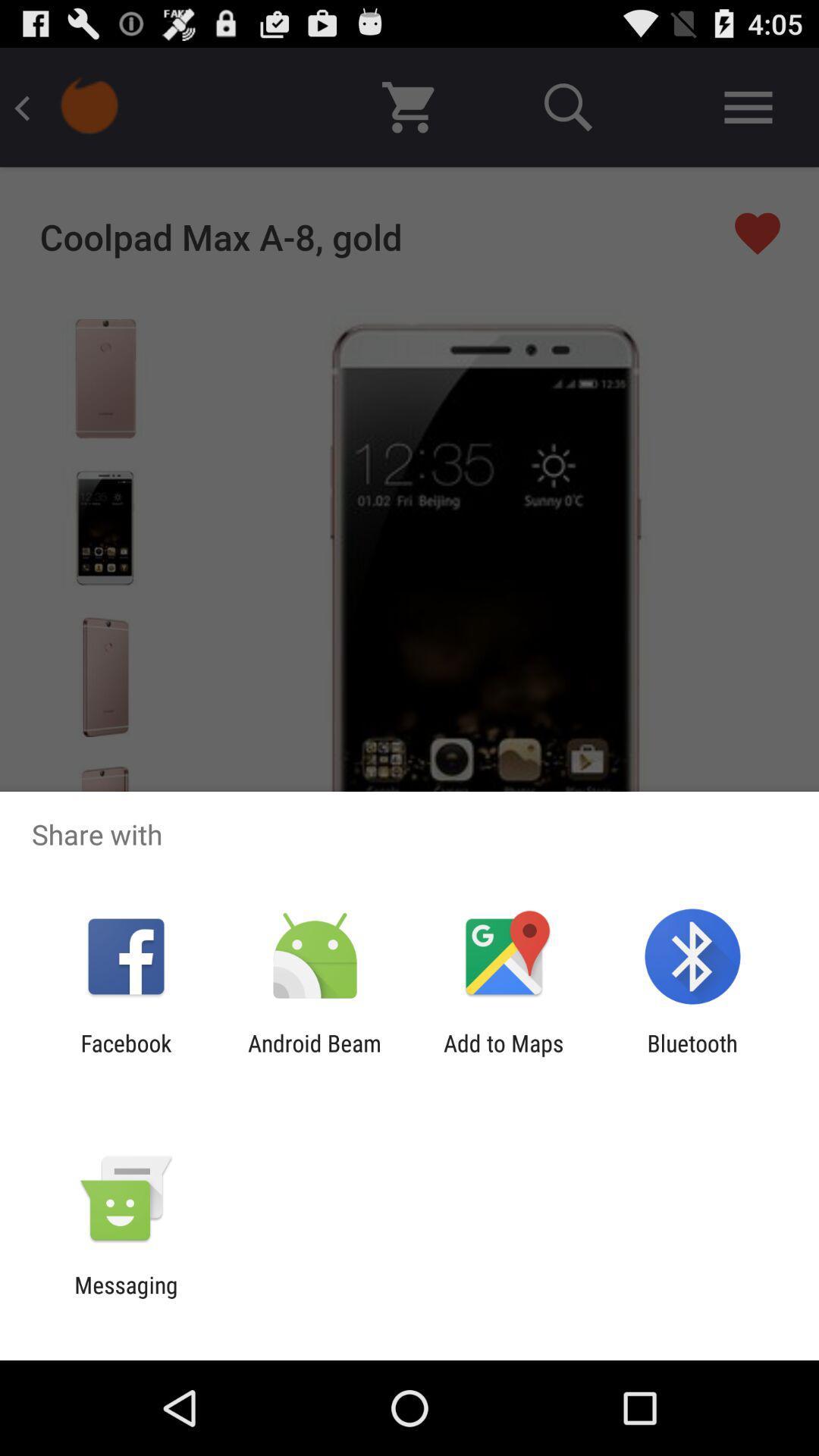 This screenshot has width=819, height=1456. I want to click on the icon next to add to maps, so click(314, 1056).